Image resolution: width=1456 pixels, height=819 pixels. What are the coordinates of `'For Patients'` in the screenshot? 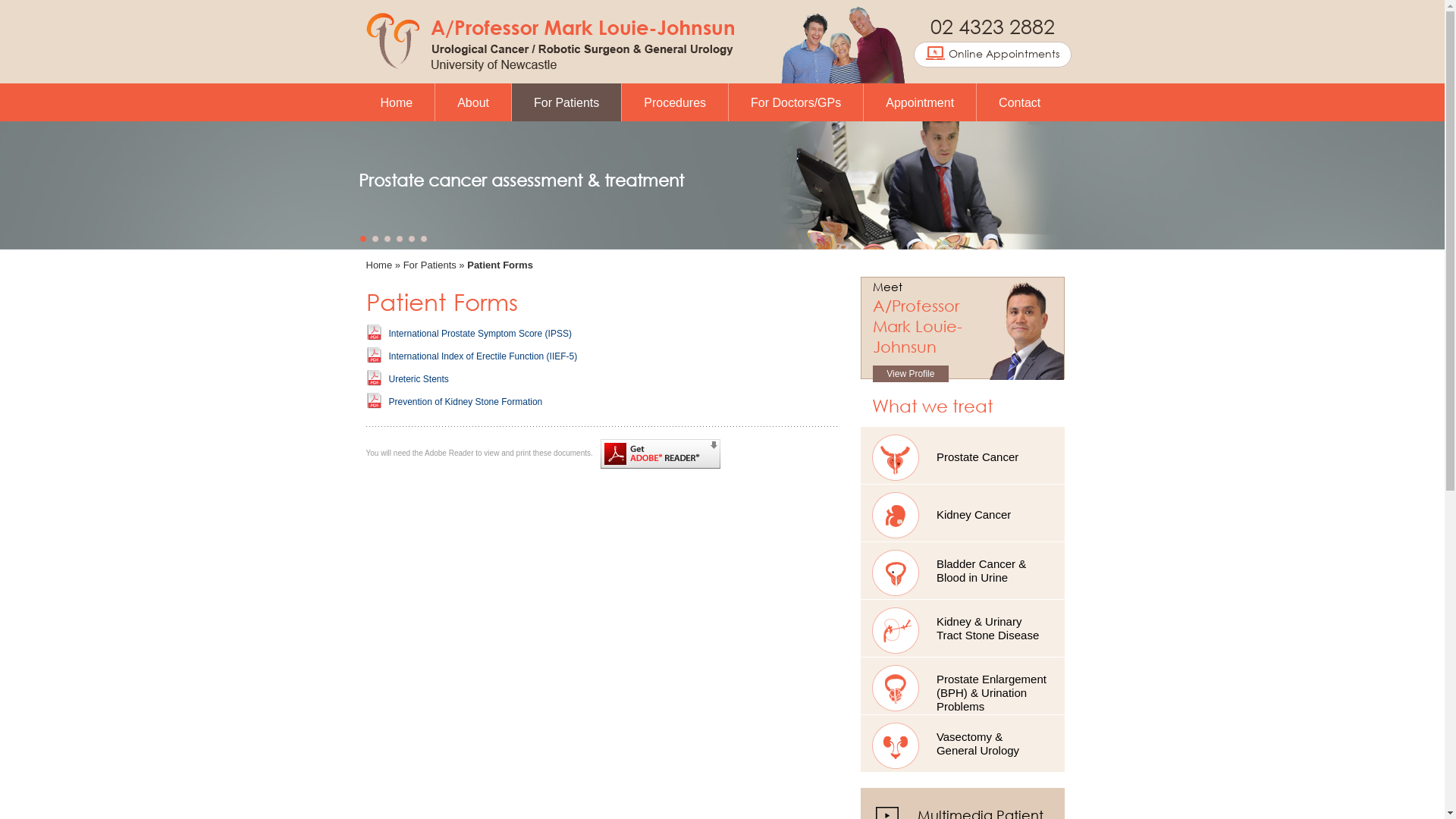 It's located at (428, 264).